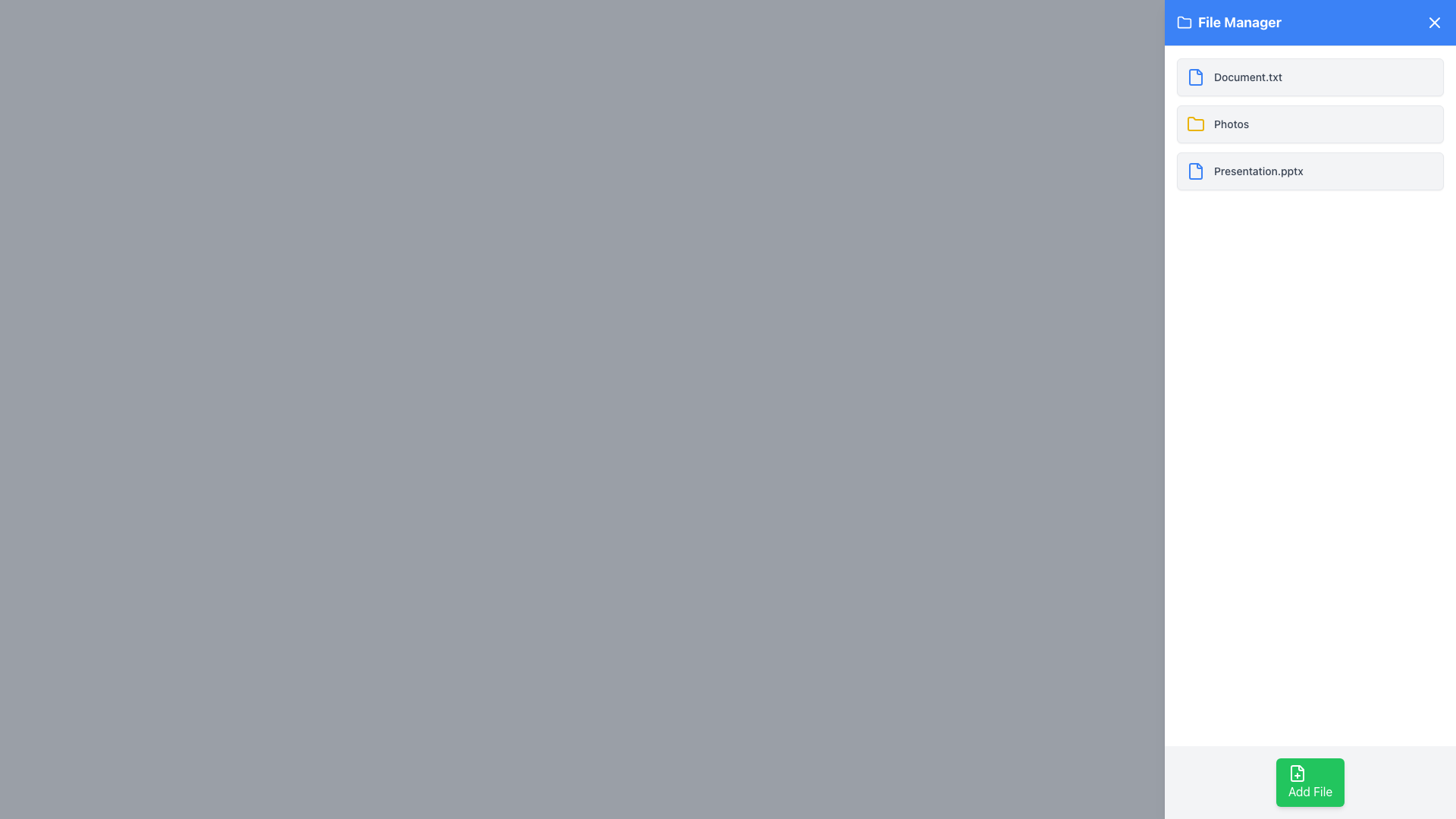  I want to click on the main body of the document-like icon within the 'Add File' green button located at the bottom-right corner of the application, so click(1296, 773).